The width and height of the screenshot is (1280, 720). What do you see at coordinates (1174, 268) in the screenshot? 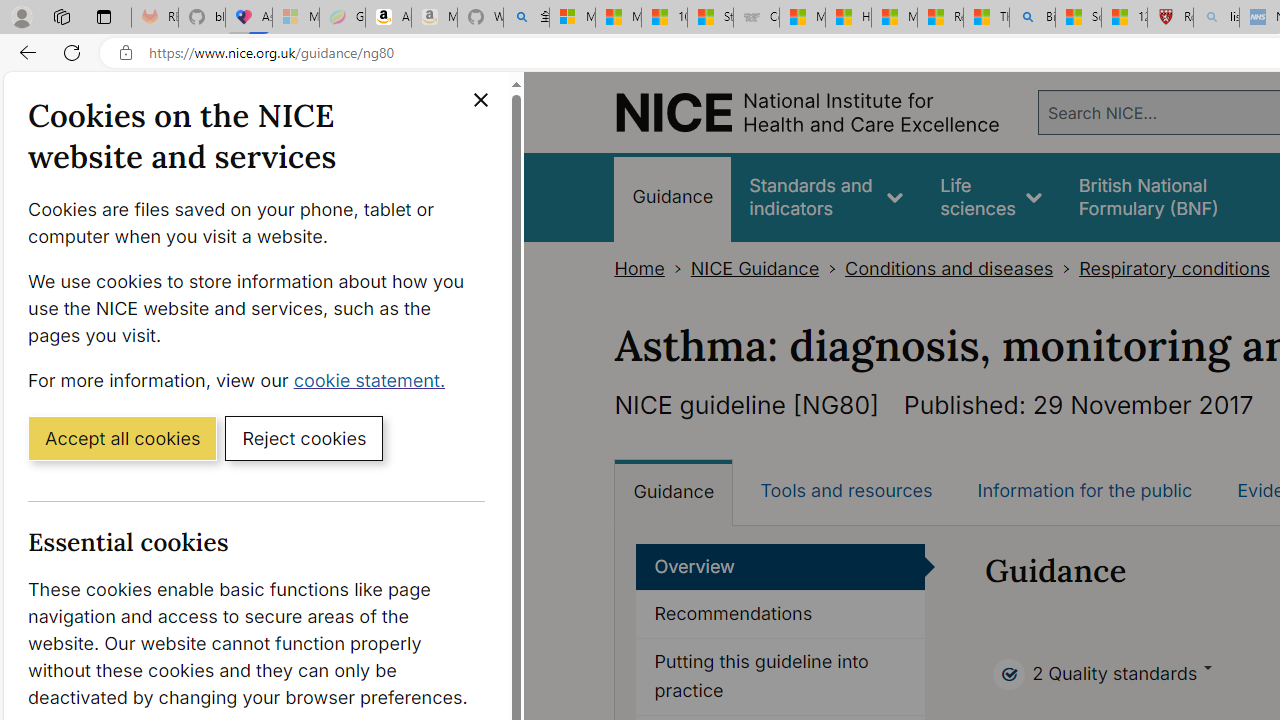
I see `'Respiratory conditions'` at bounding box center [1174, 268].